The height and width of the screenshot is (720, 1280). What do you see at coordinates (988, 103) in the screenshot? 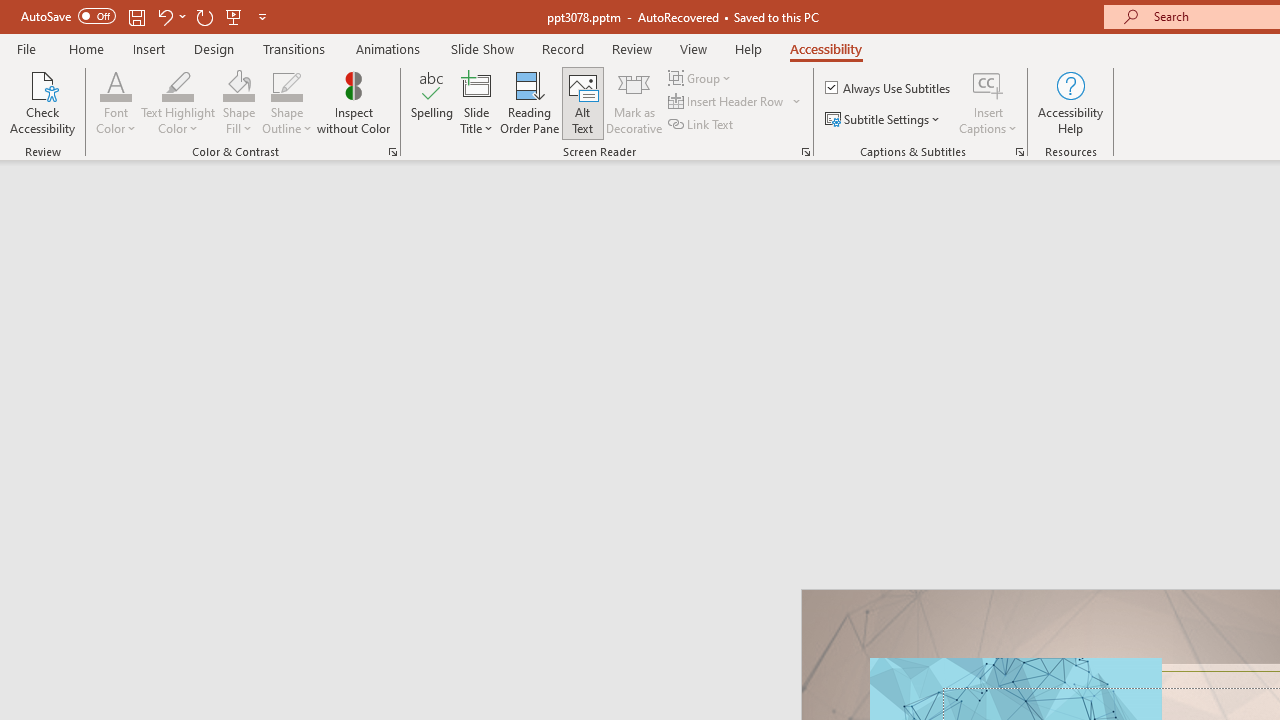
I see `'Insert Captions'` at bounding box center [988, 103].